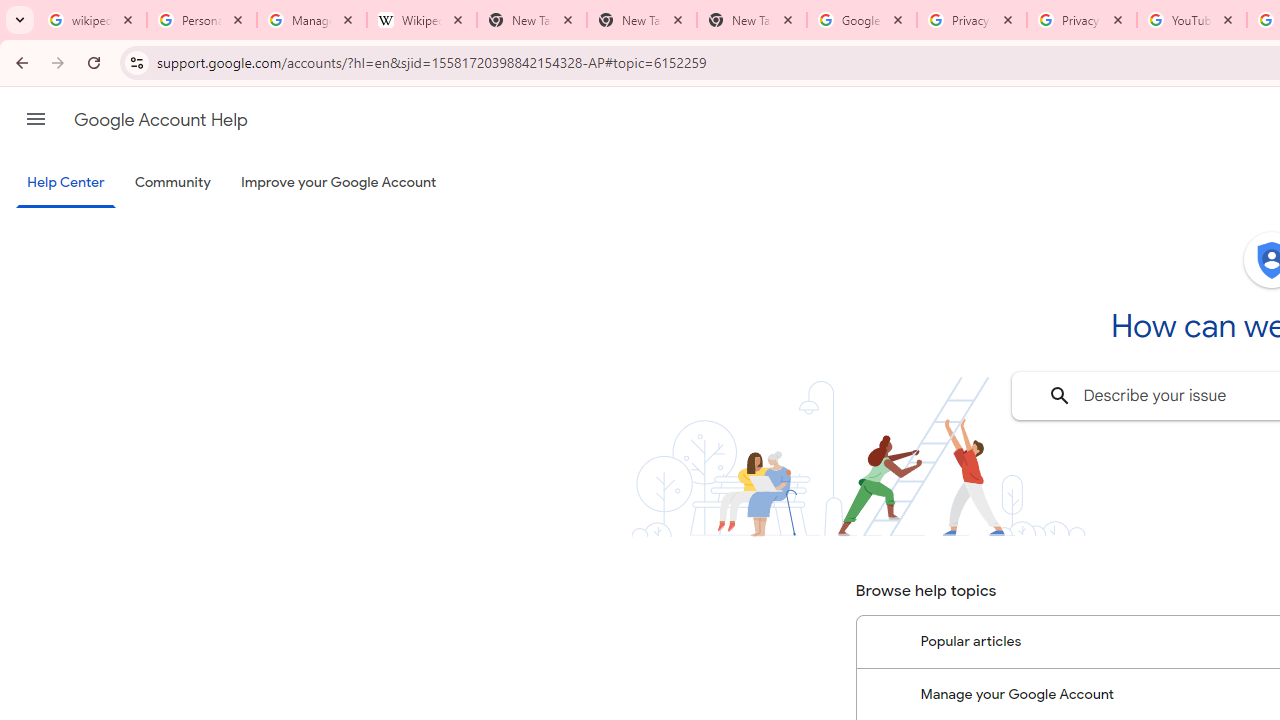  What do you see at coordinates (172, 183) in the screenshot?
I see `'Community'` at bounding box center [172, 183].